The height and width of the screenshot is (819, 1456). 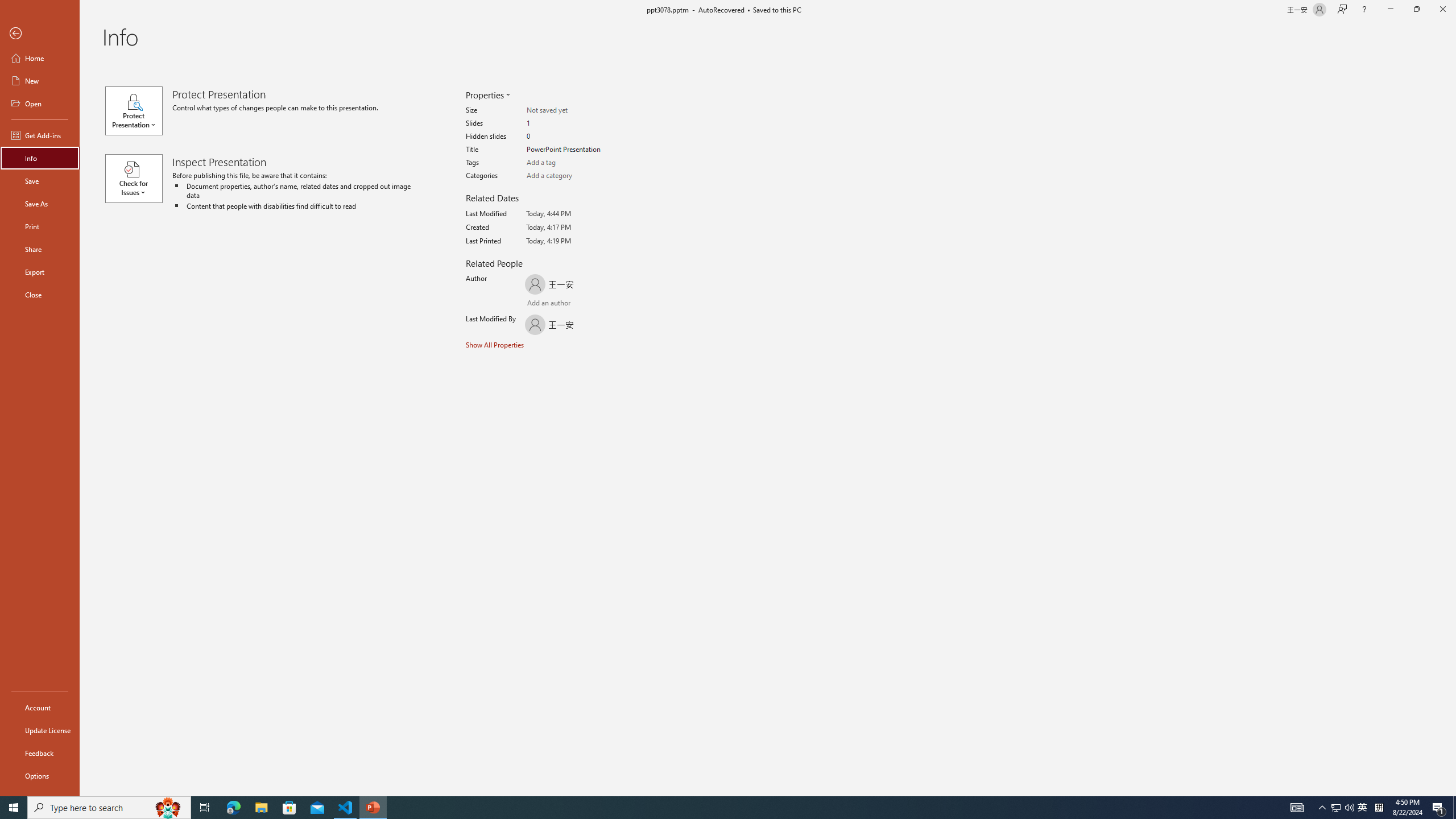 What do you see at coordinates (39, 708) in the screenshot?
I see `'Account'` at bounding box center [39, 708].